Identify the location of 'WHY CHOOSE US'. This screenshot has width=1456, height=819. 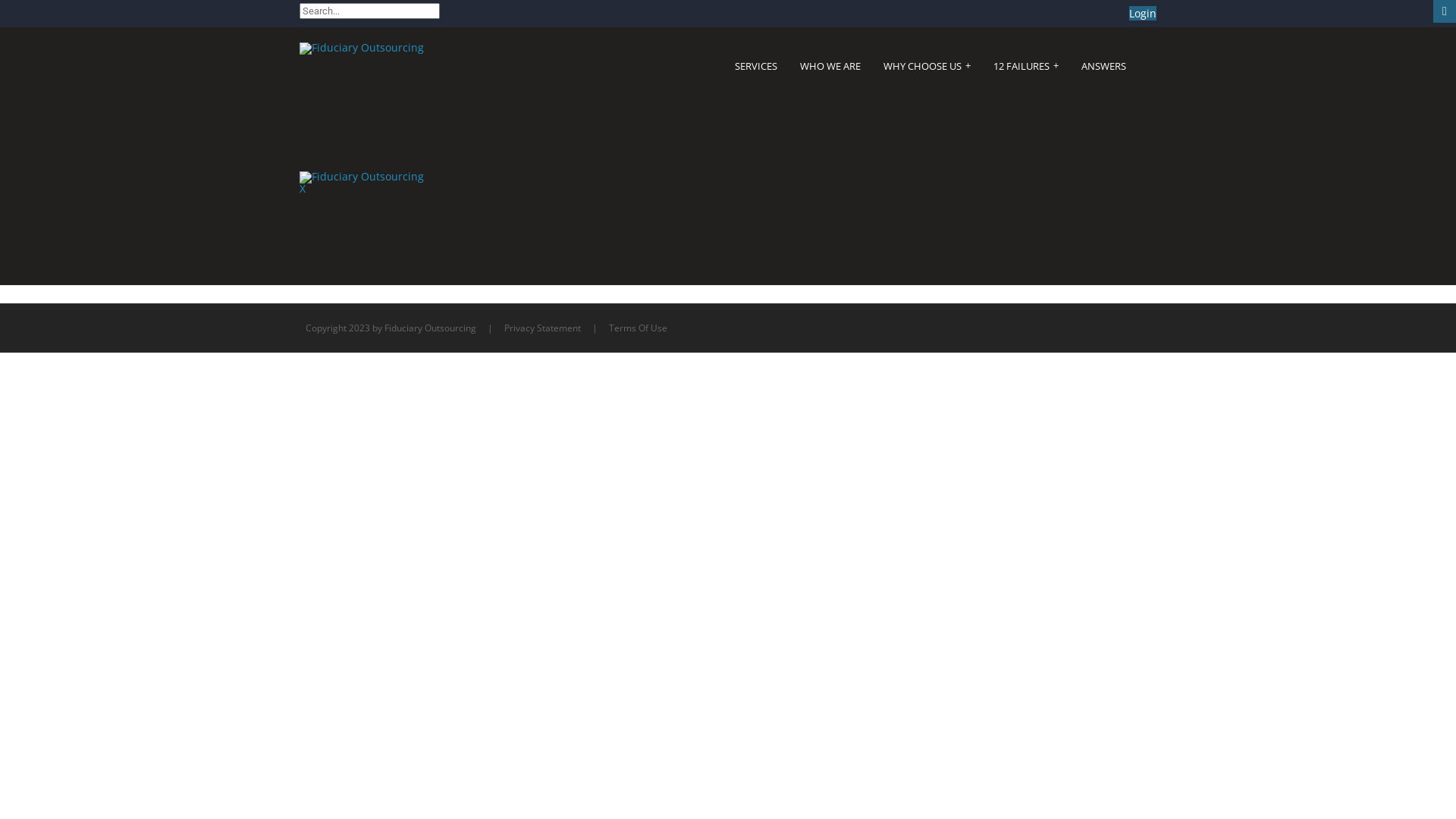
(926, 65).